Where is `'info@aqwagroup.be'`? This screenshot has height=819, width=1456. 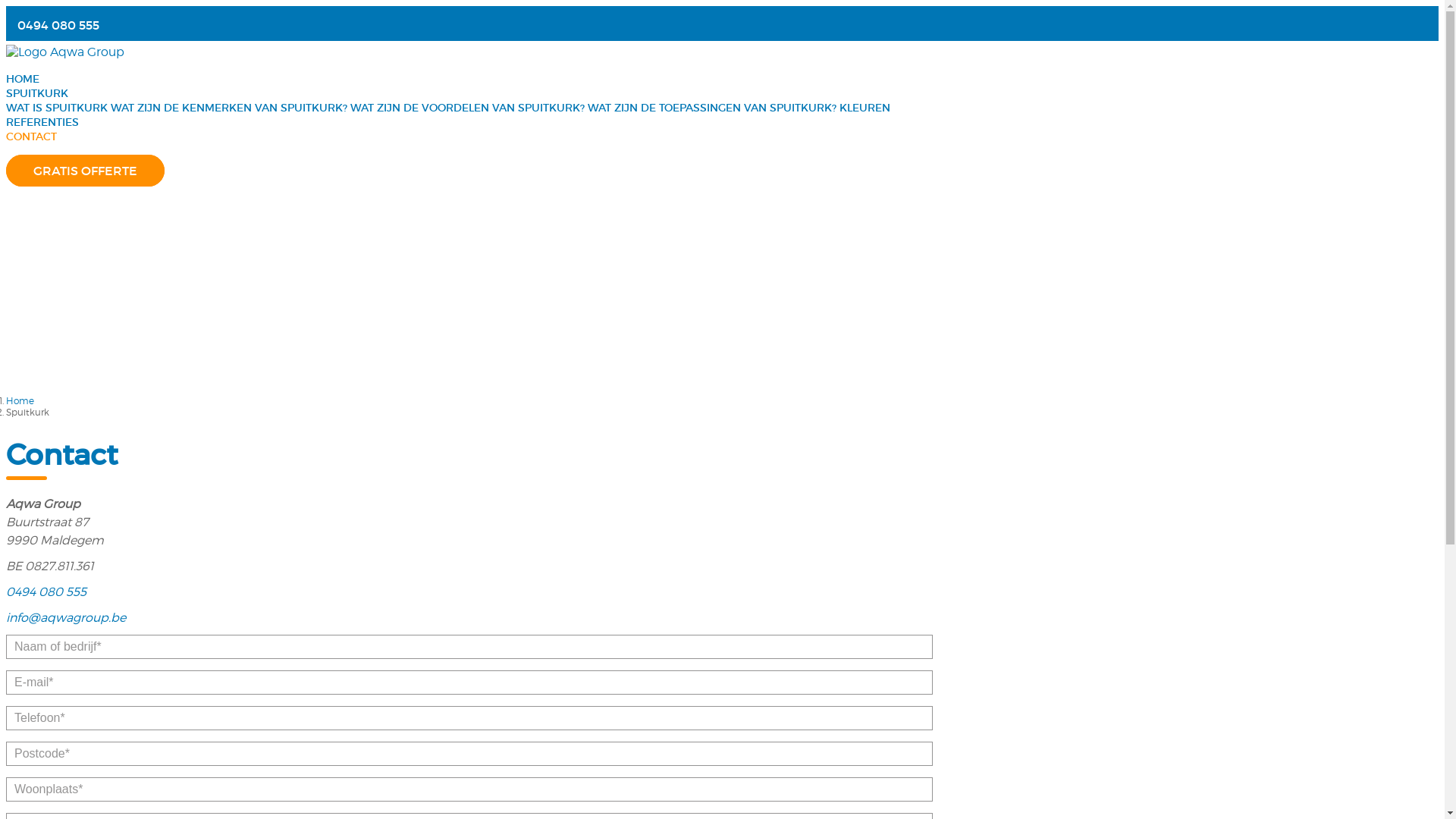 'info@aqwagroup.be' is located at coordinates (64, 617).